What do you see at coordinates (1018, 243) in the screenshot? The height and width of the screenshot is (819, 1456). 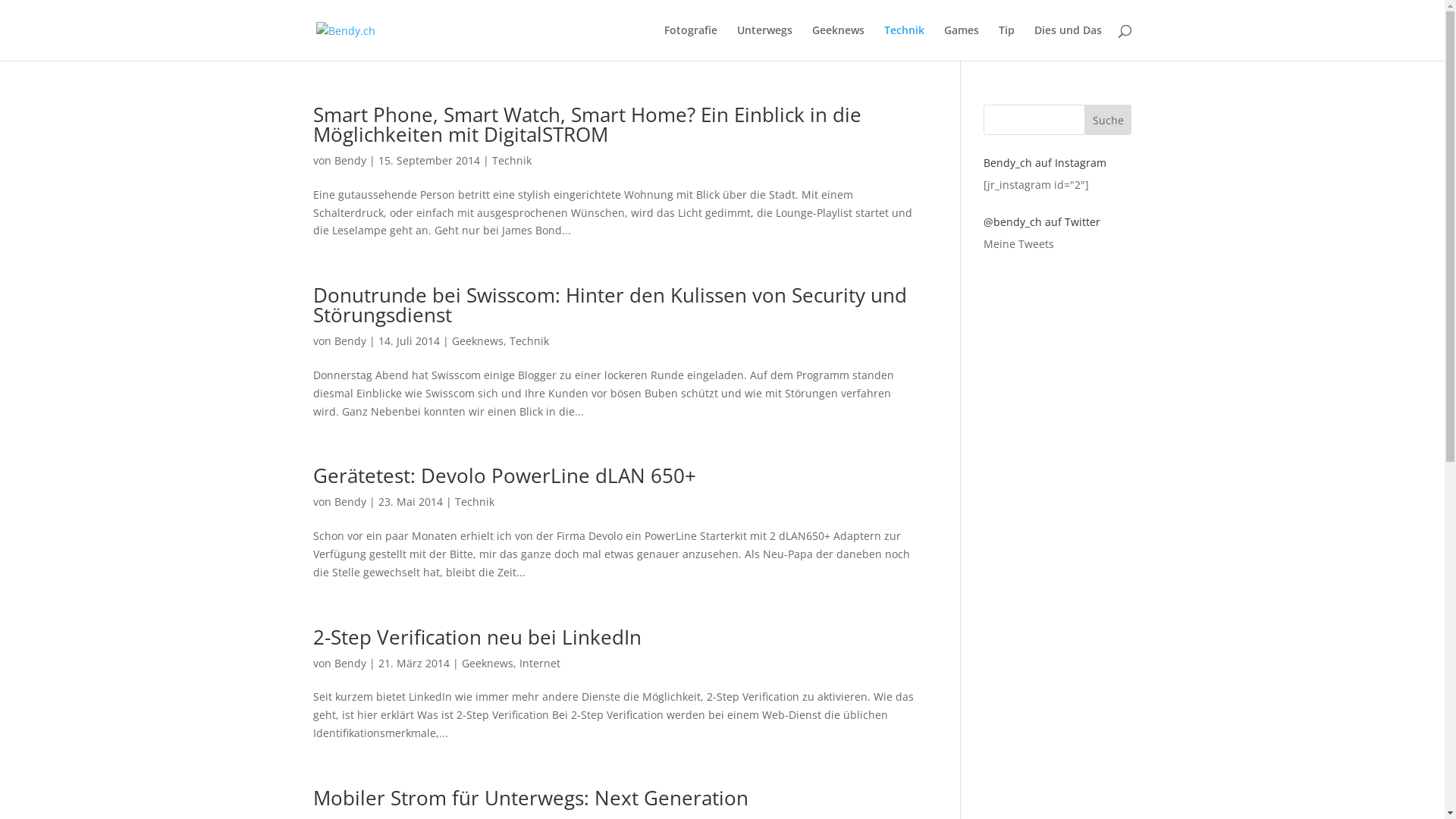 I see `'Meine Tweets'` at bounding box center [1018, 243].